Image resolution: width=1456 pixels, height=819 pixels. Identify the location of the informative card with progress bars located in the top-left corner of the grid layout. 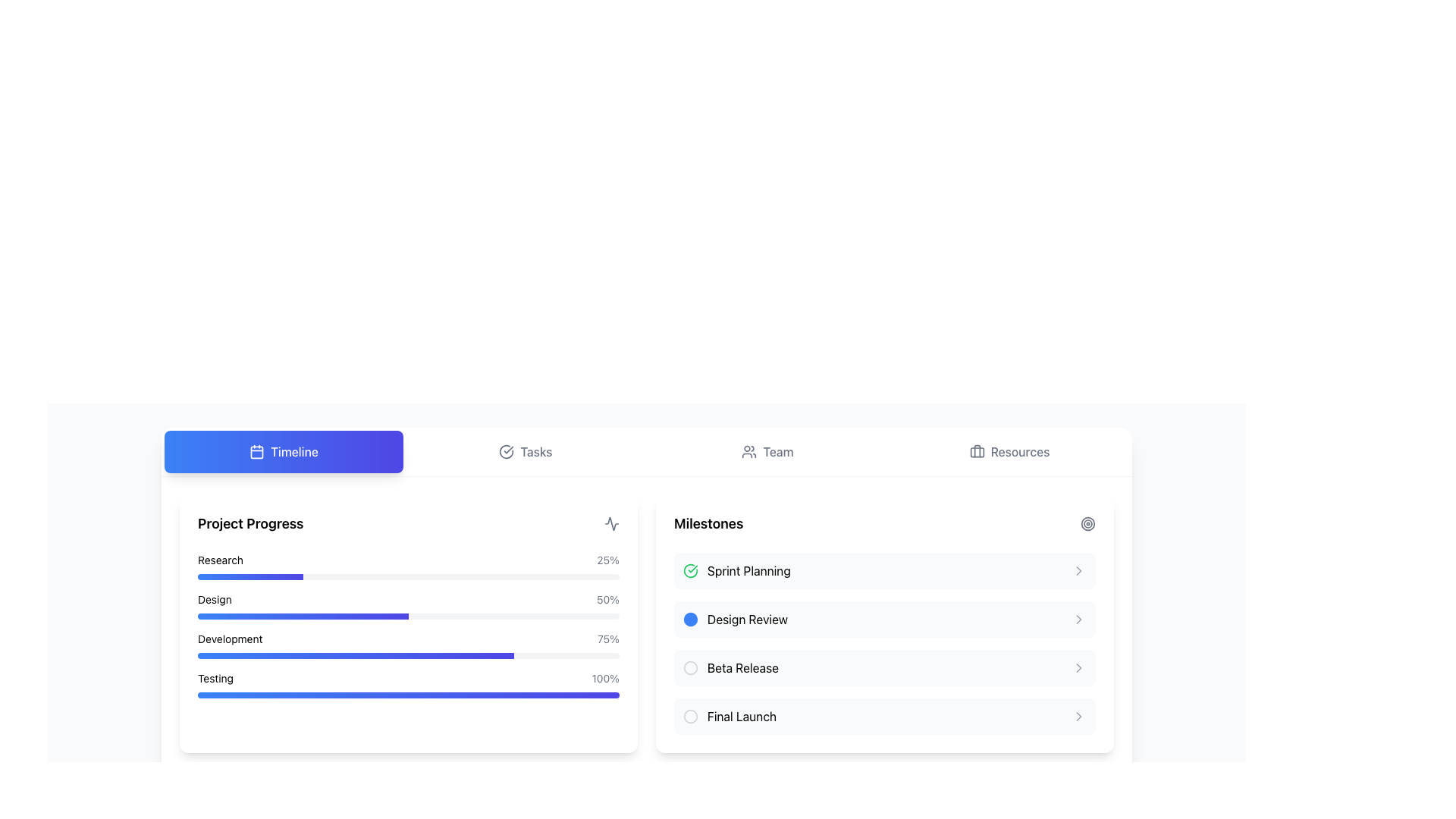
(408, 623).